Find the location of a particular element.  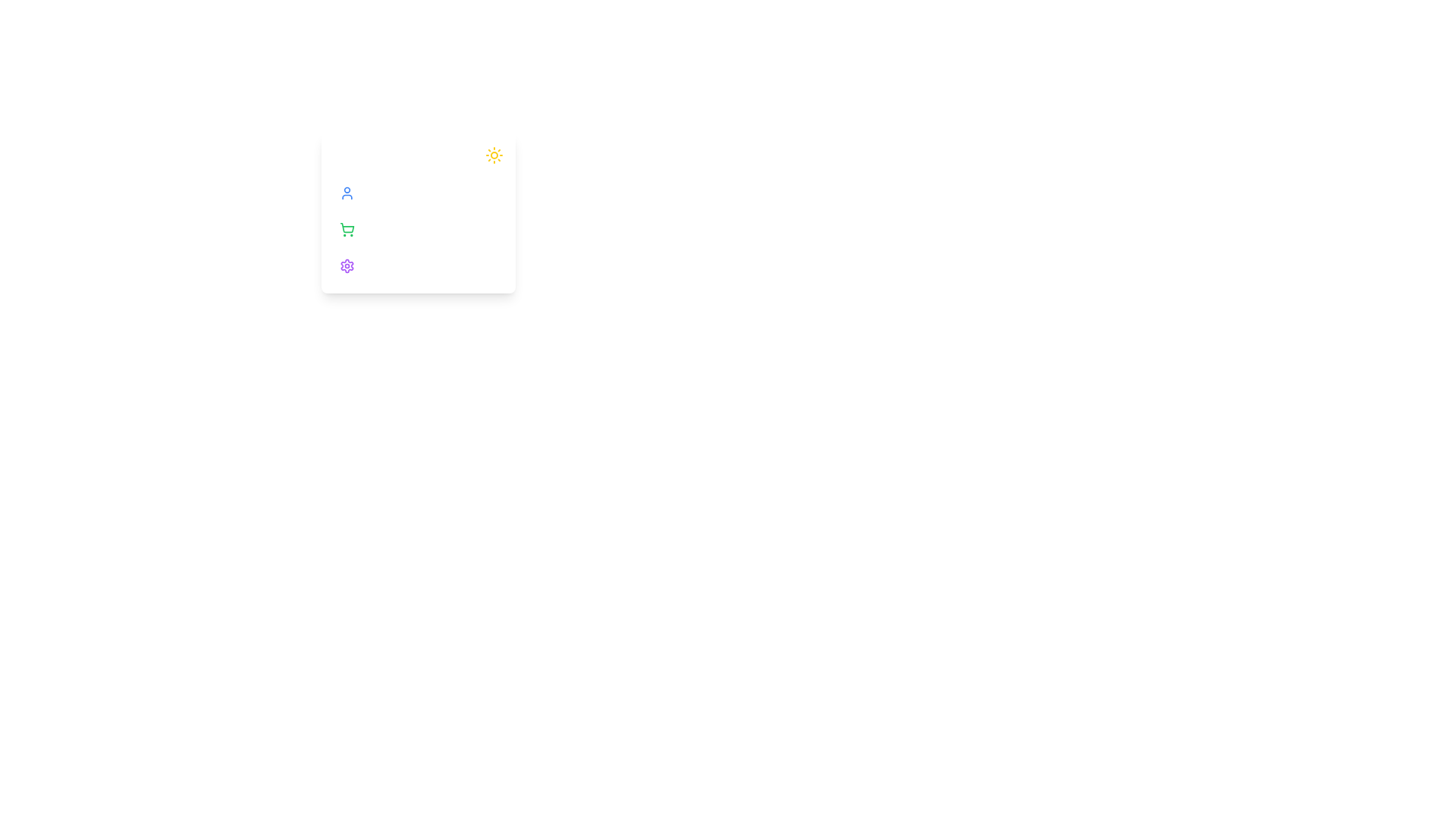

the sidebar option Cart is located at coordinates (419, 230).